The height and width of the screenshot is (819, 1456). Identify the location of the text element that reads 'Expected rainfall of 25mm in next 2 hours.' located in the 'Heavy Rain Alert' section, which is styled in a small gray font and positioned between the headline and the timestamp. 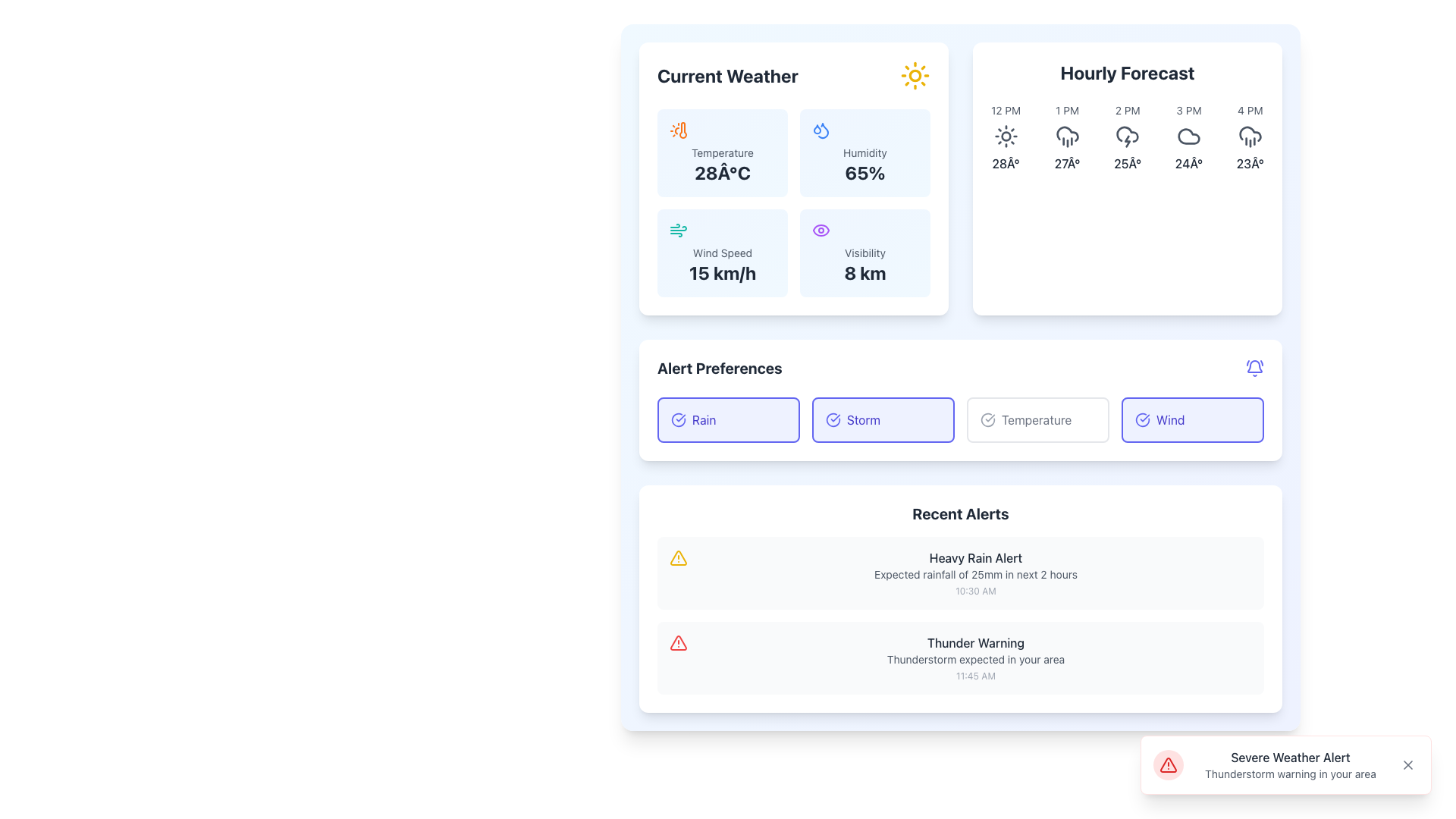
(975, 575).